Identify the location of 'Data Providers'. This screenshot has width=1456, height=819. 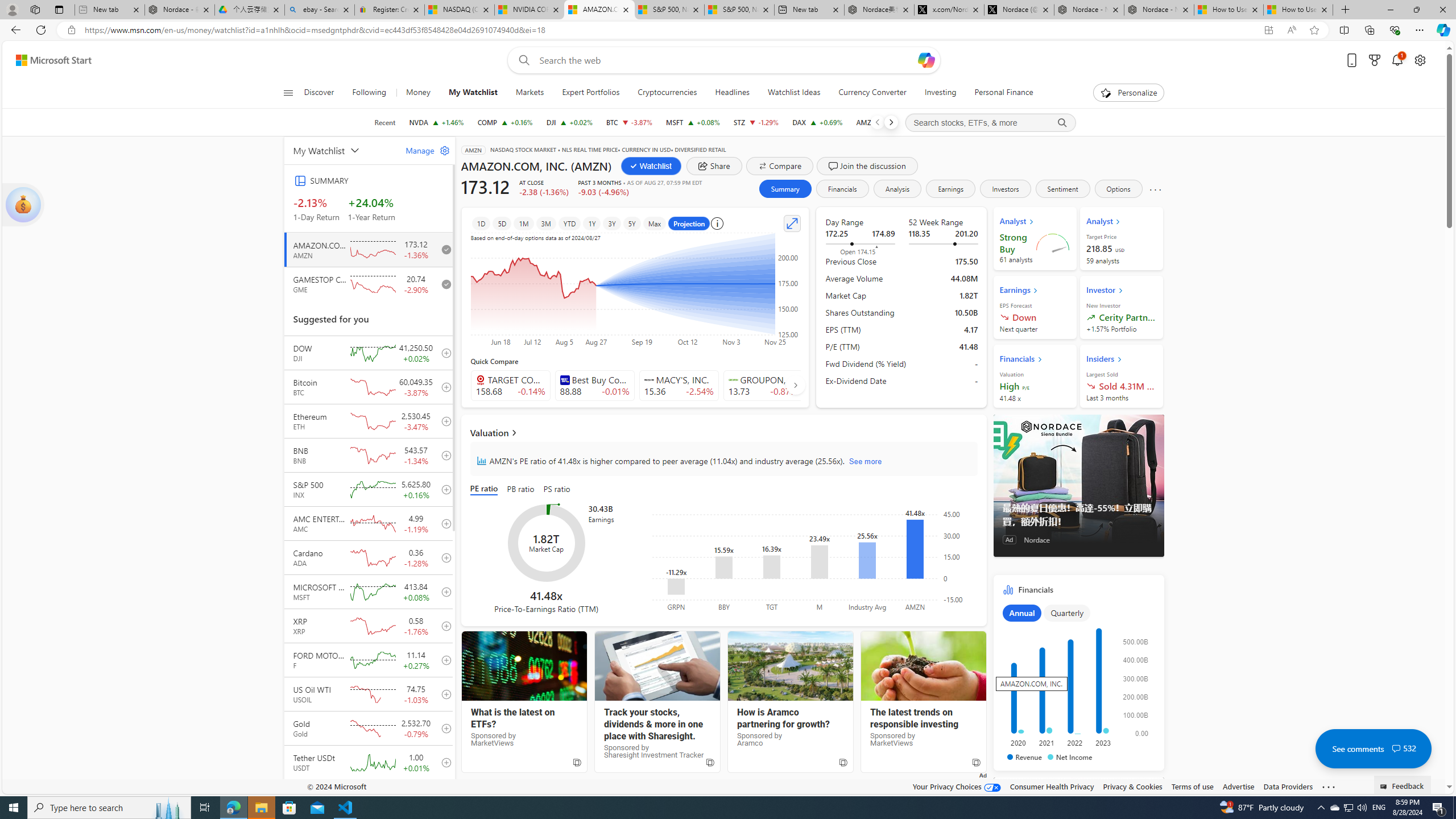
(1288, 786).